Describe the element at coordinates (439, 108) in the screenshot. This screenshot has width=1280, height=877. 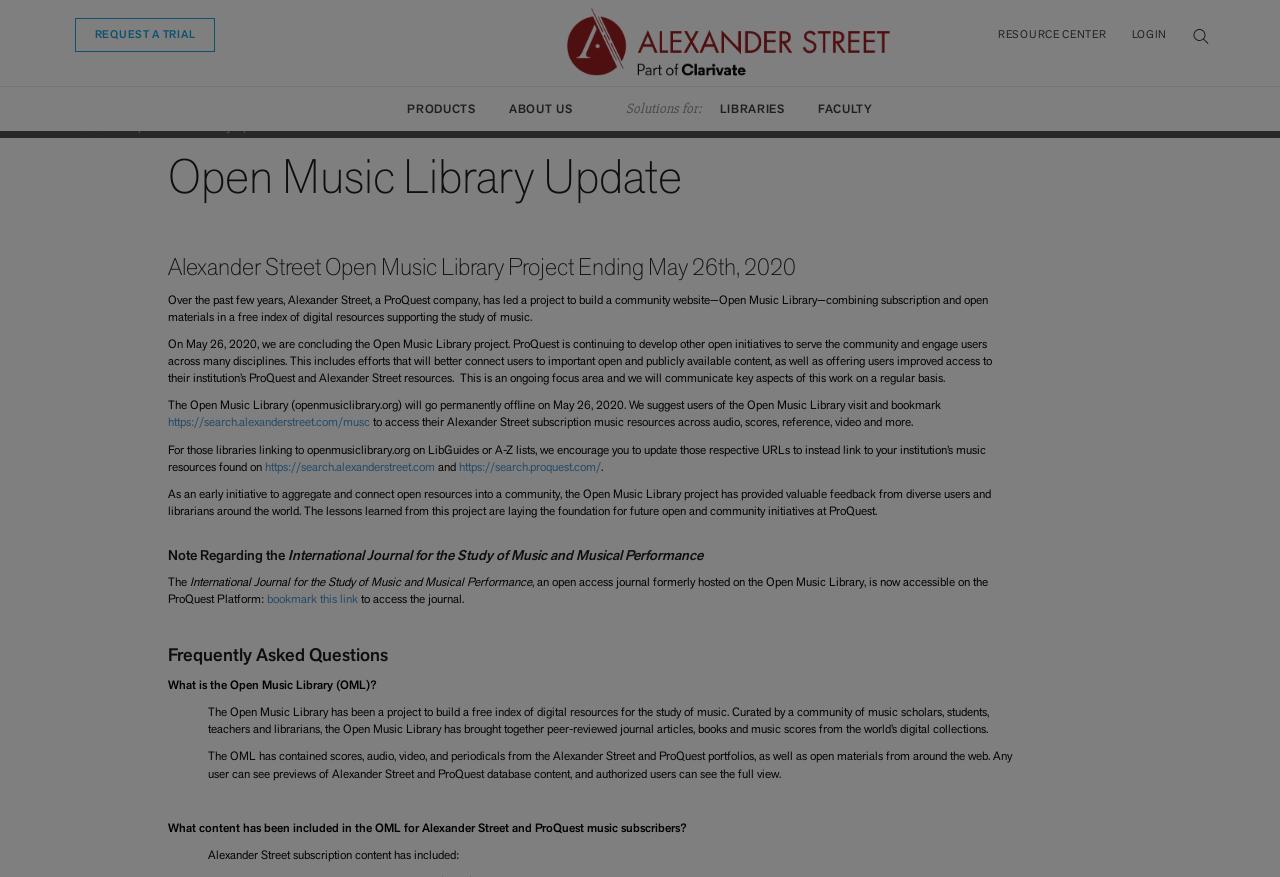
I see `'Products'` at that location.